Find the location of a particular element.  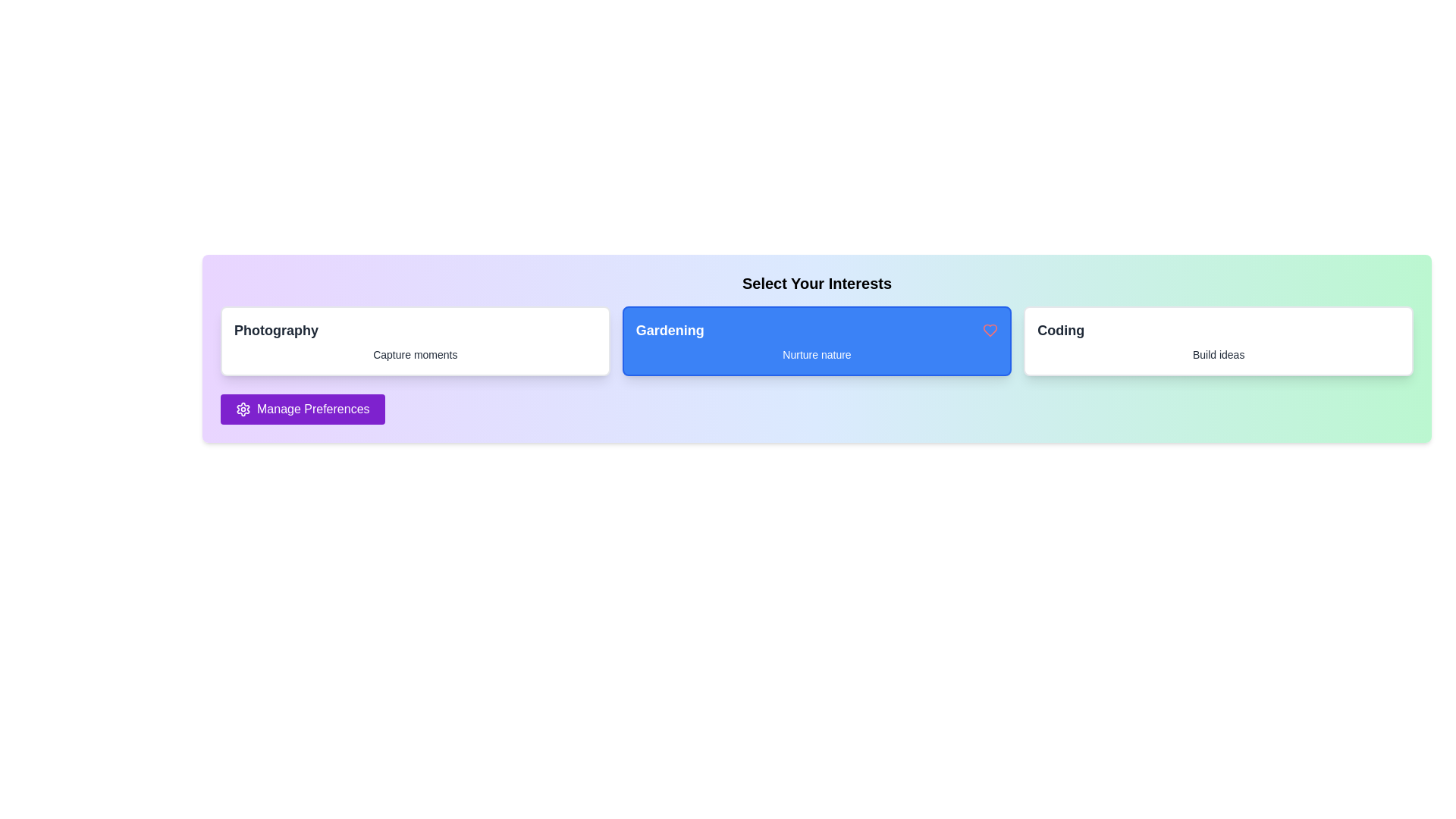

the interest item Gardening is located at coordinates (816, 341).